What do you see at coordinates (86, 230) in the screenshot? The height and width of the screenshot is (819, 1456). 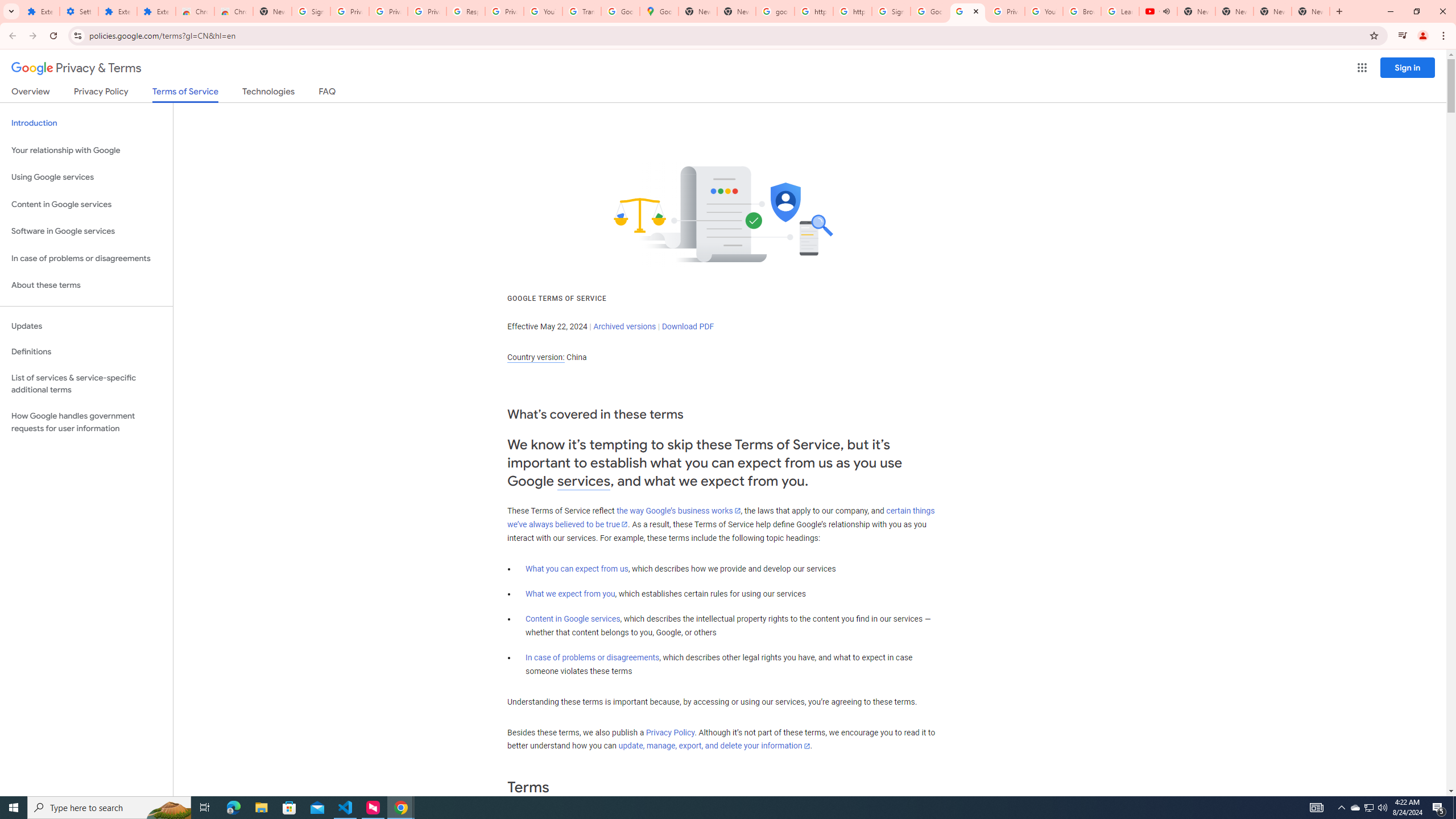 I see `'Software in Google services'` at bounding box center [86, 230].